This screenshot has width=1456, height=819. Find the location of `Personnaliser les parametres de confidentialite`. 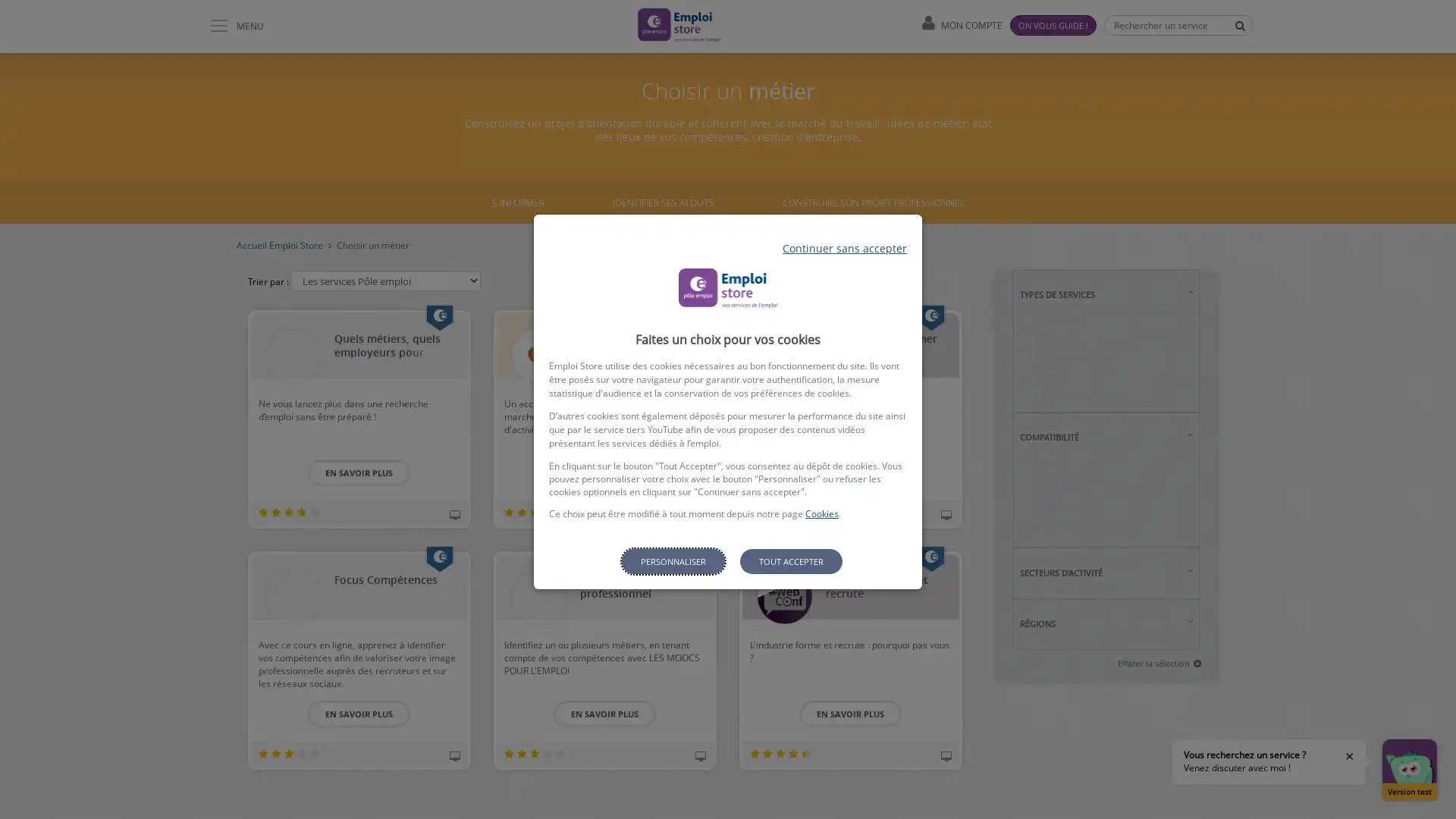

Personnaliser les parametres de confidentialite is located at coordinates (672, 561).